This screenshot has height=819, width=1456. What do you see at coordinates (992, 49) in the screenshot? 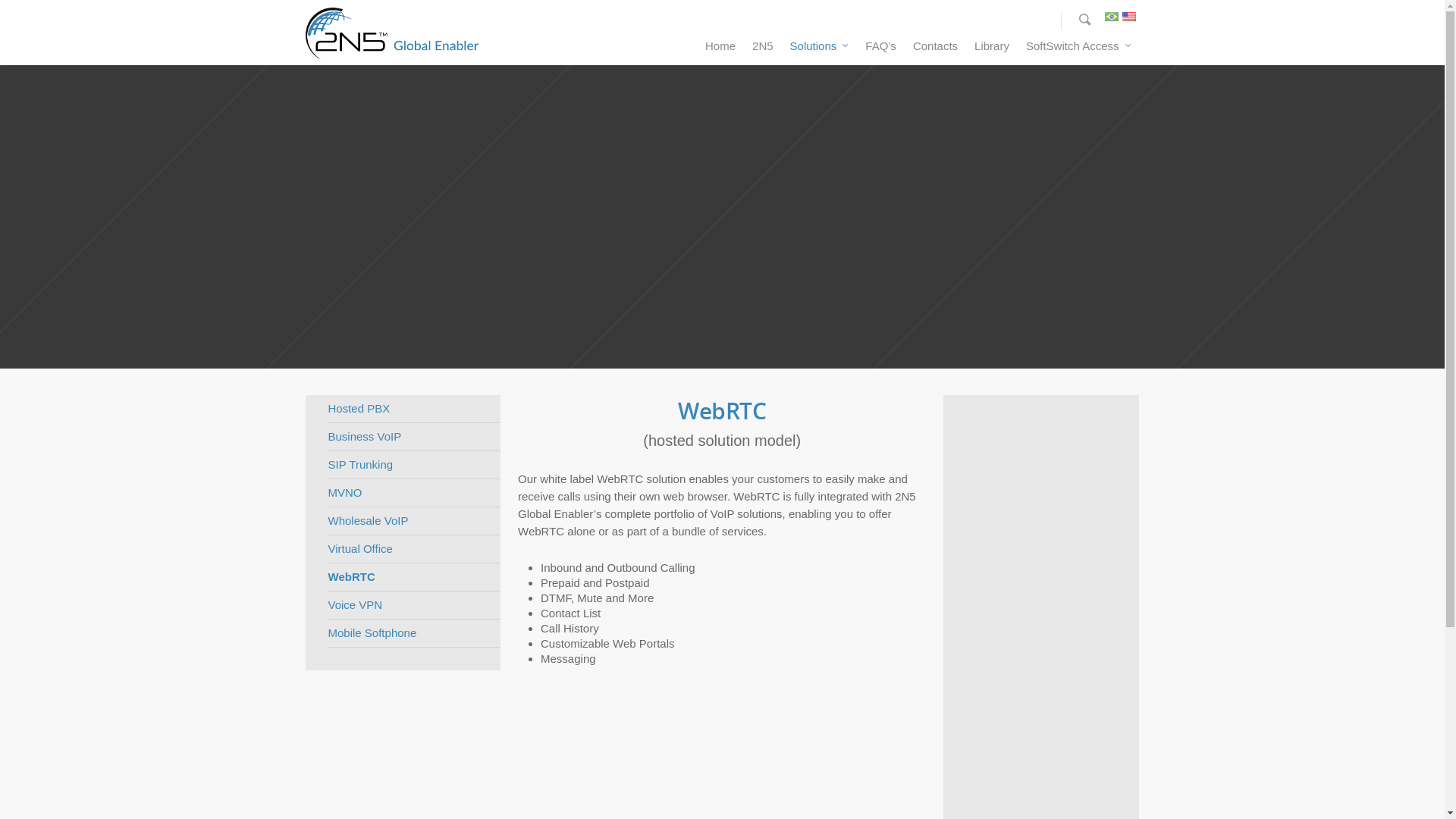
I see `'Library'` at bounding box center [992, 49].